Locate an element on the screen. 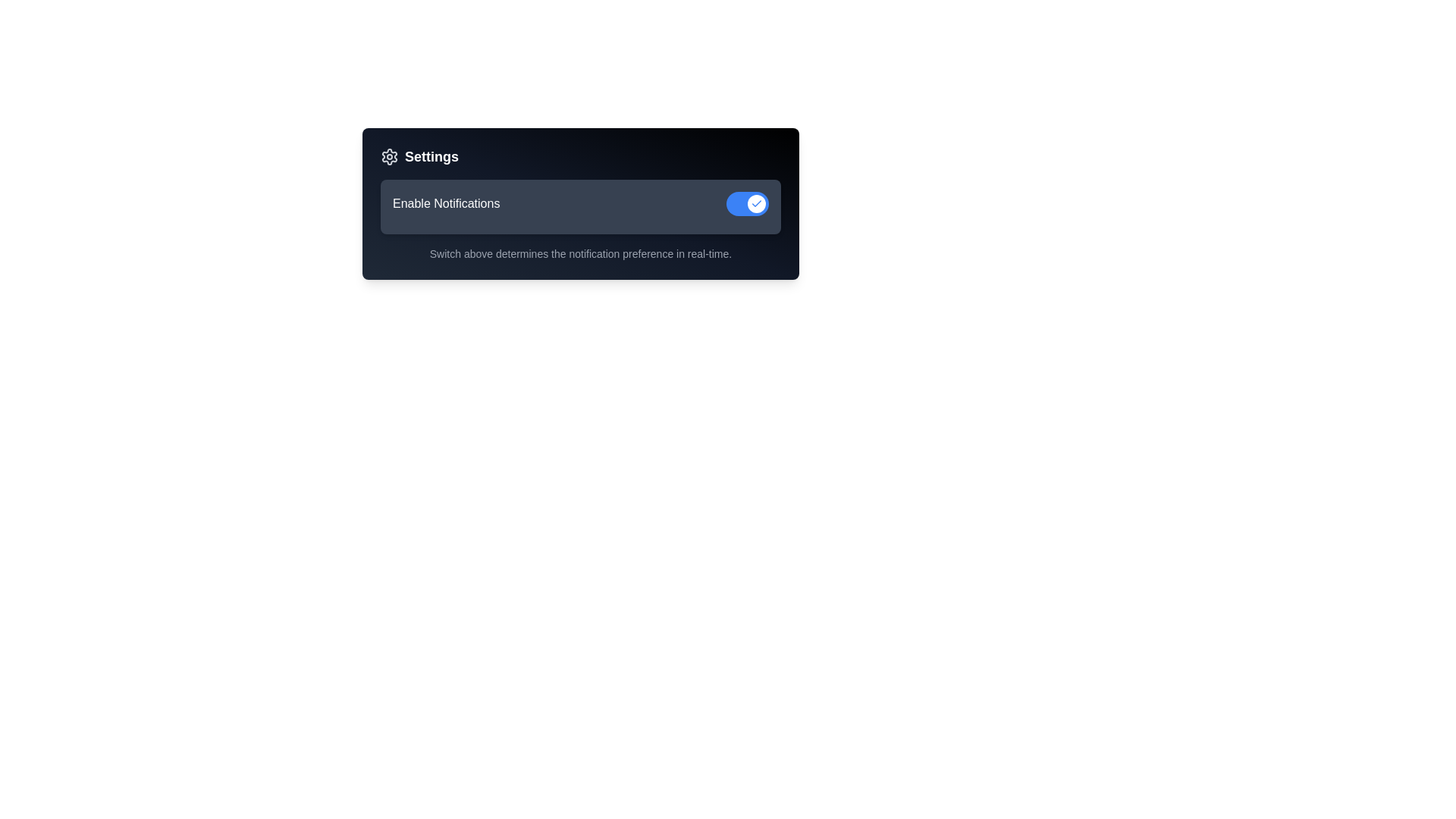 This screenshot has height=819, width=1456. the toggle switch styled as a rounded rectangle with a blue background, which is in the 'on' position is located at coordinates (747, 203).